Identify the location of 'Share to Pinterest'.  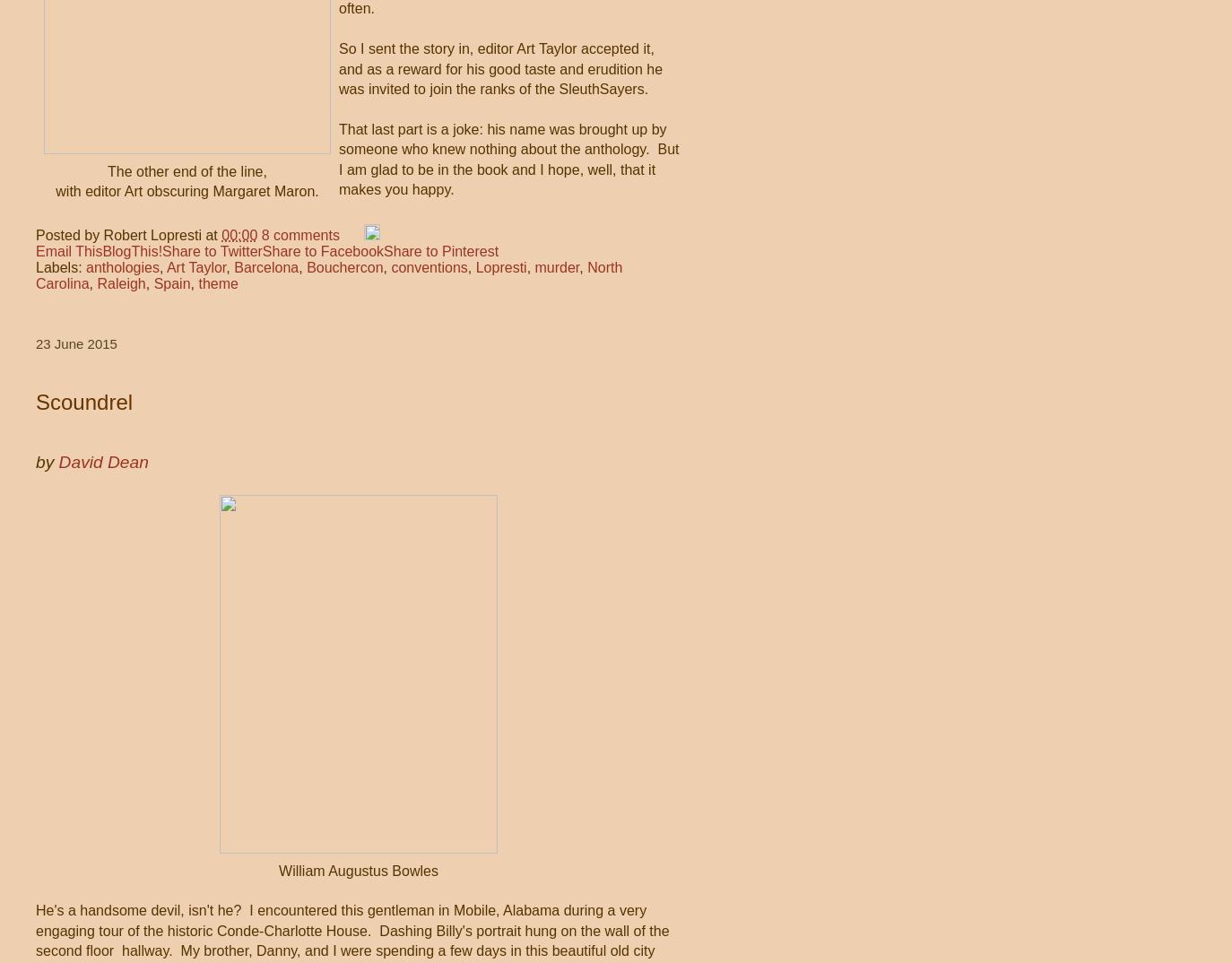
(441, 250).